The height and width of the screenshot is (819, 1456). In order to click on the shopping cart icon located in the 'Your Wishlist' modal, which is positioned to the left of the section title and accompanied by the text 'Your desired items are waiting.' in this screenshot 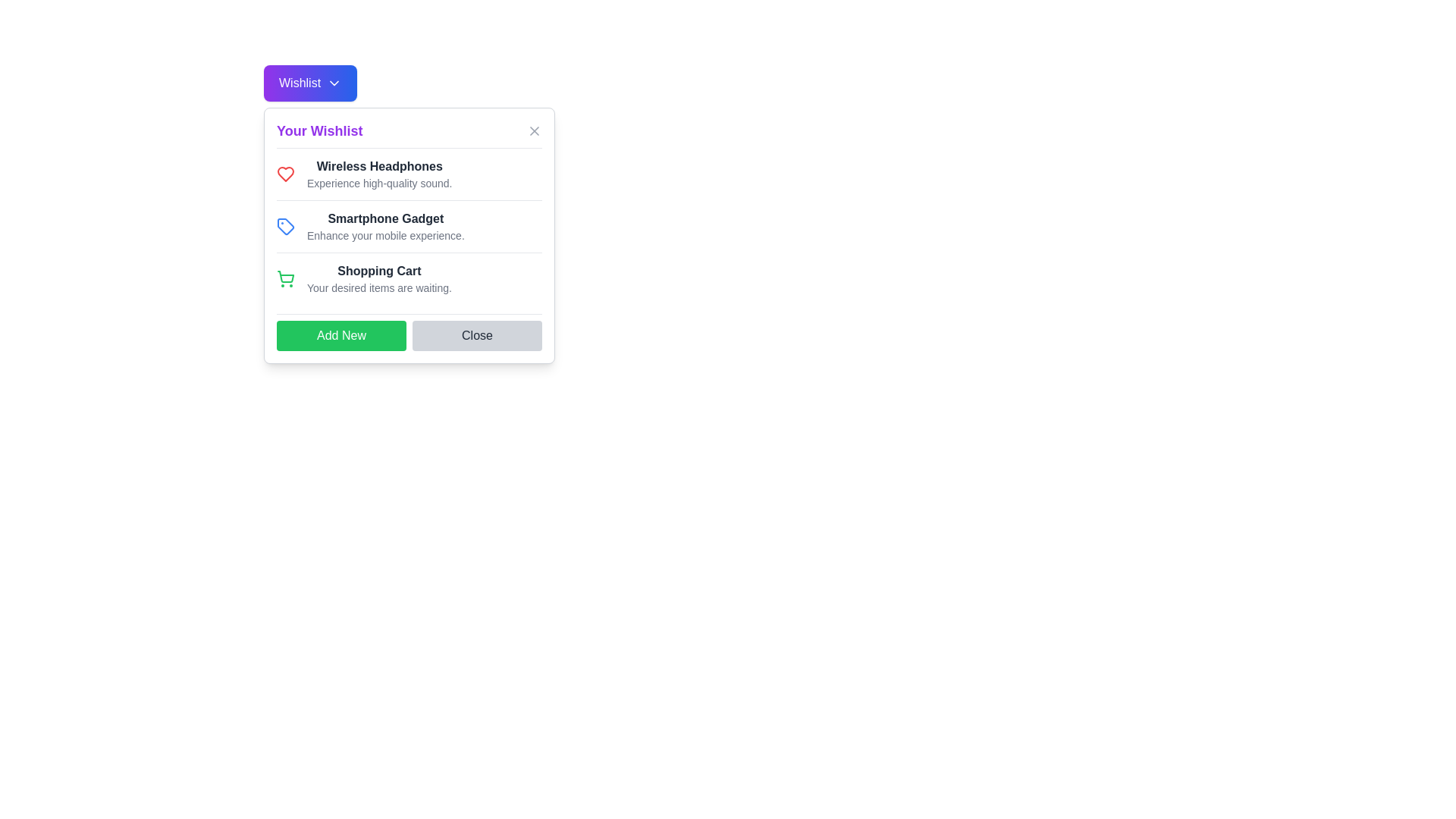, I will do `click(286, 277)`.